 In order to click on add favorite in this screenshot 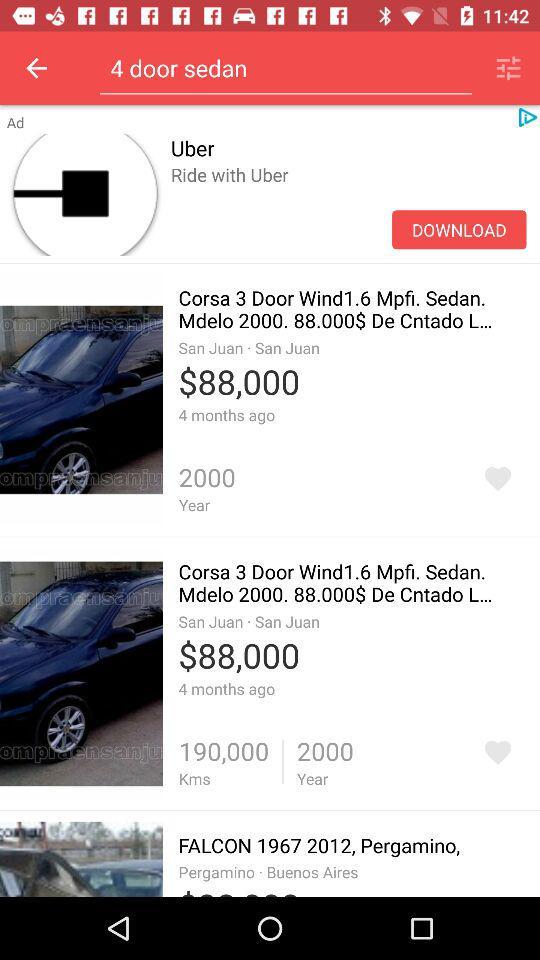, I will do `click(496, 478)`.